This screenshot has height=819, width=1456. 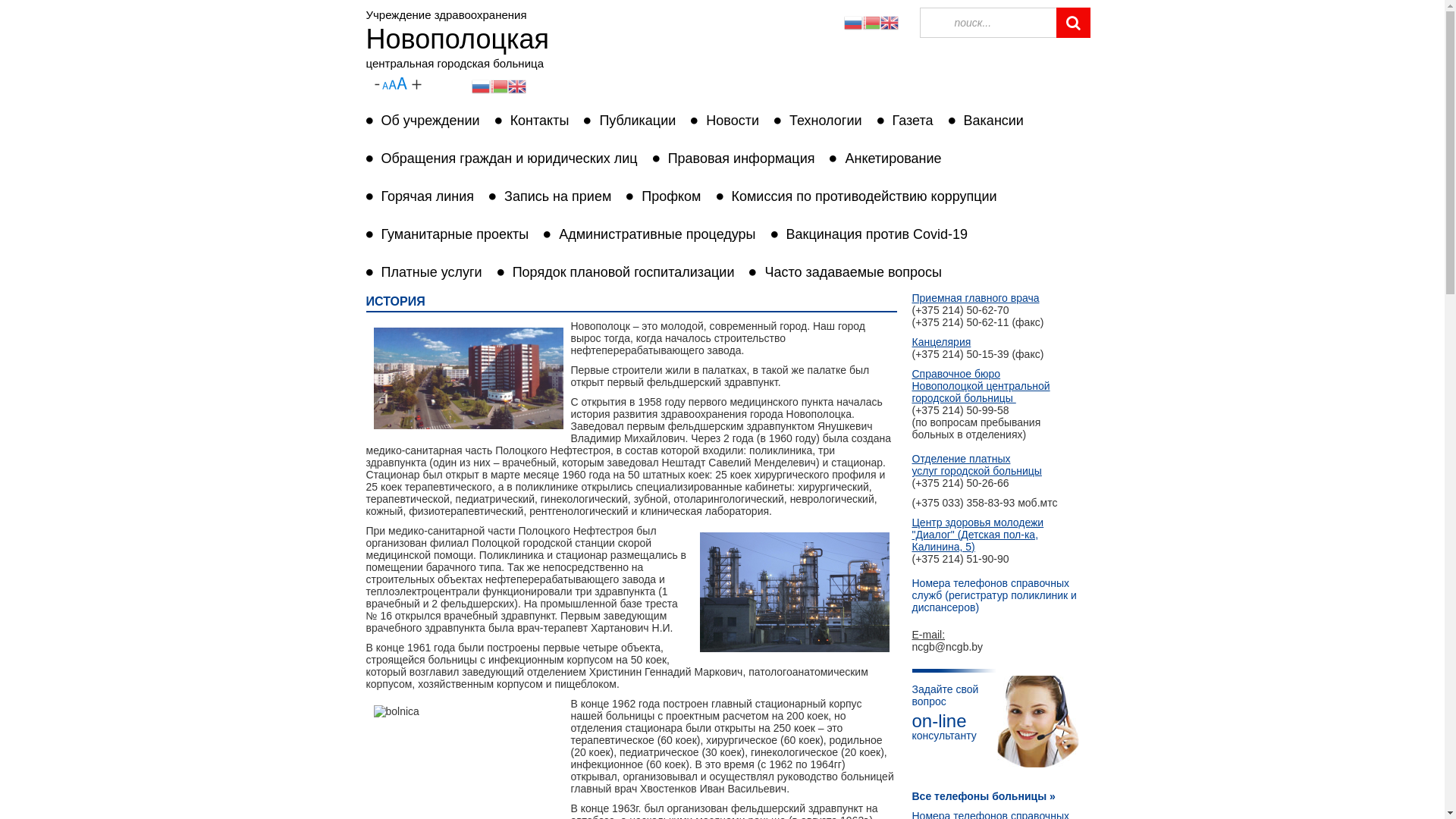 I want to click on 'English', so click(x=888, y=22).